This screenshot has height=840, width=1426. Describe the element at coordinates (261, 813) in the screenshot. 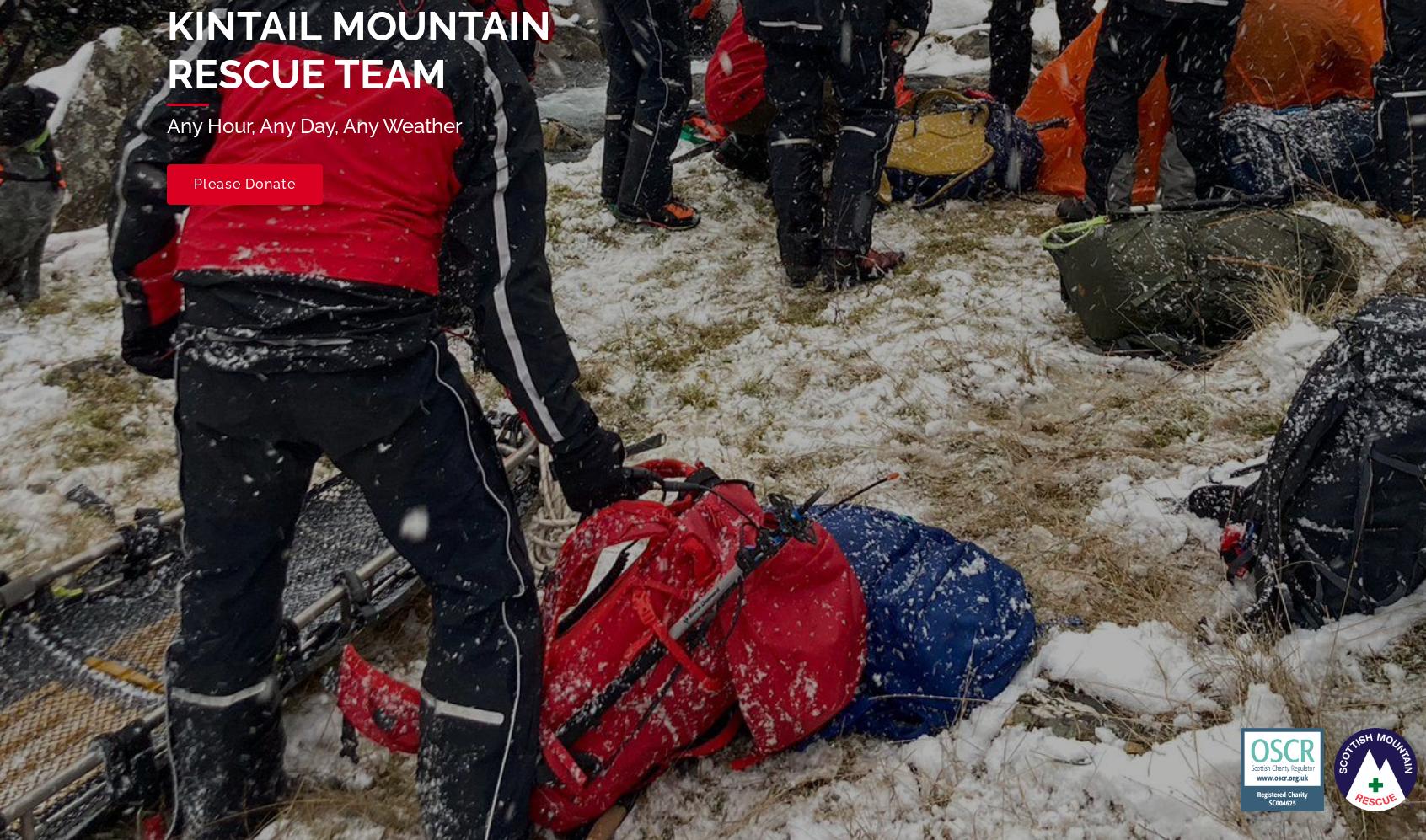

I see `'We use cookies to ensure you get the best possible experience on this website.'` at that location.